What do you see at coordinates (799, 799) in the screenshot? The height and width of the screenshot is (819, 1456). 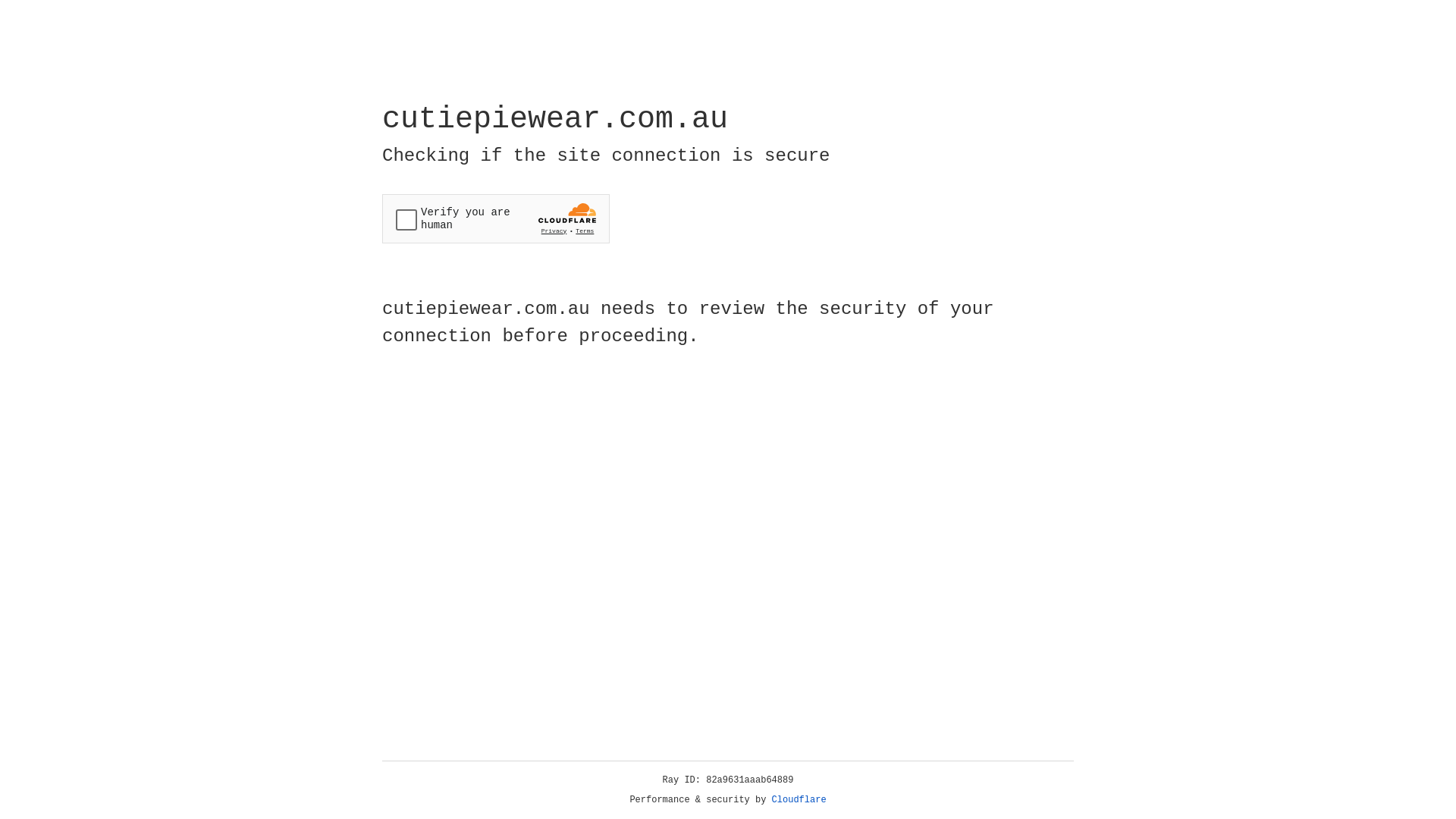 I see `'Cloudflare'` at bounding box center [799, 799].